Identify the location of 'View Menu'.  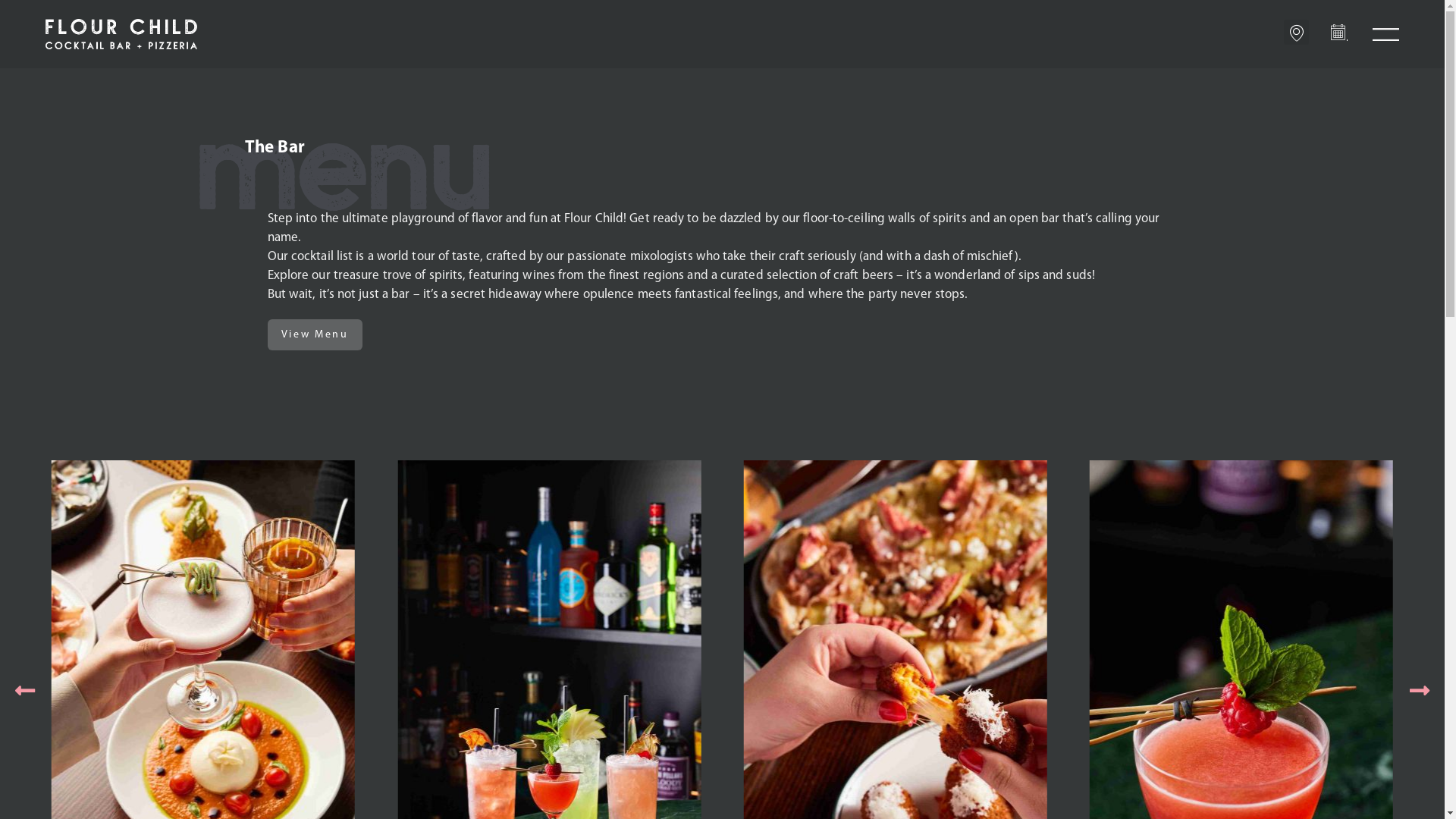
(313, 334).